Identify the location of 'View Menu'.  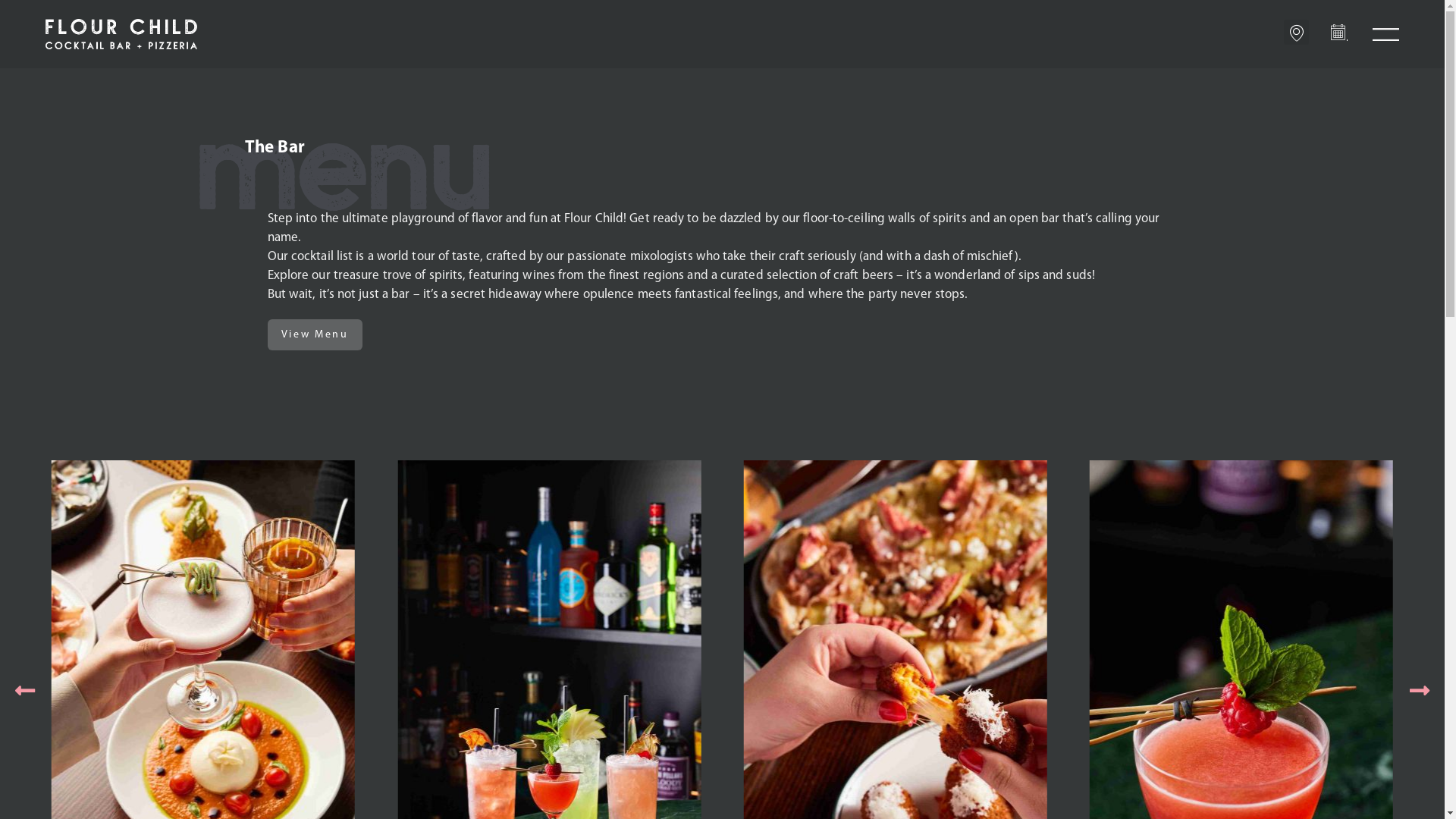
(313, 334).